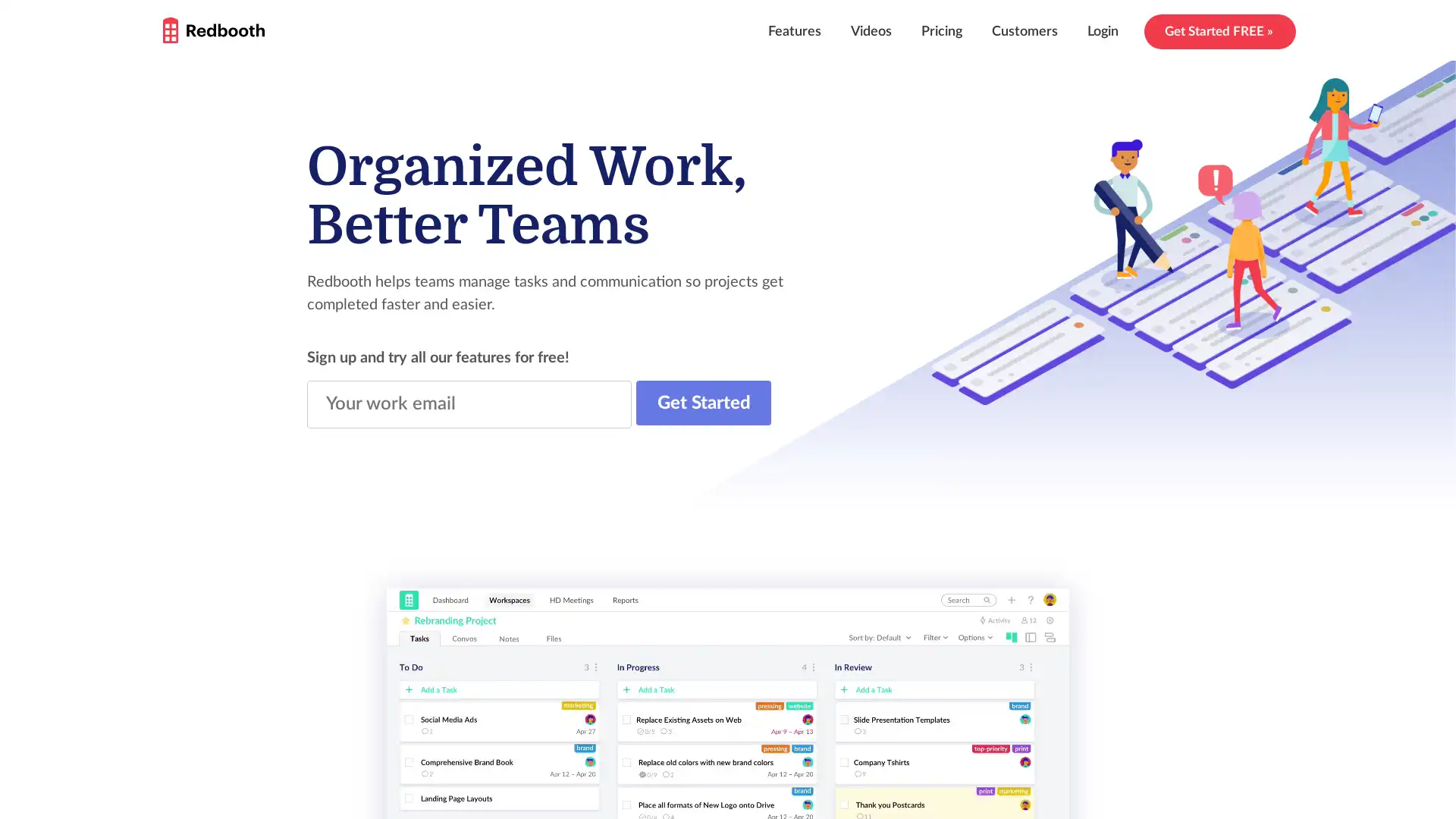 The width and height of the screenshot is (1456, 819). What do you see at coordinates (702, 402) in the screenshot?
I see `Get Started` at bounding box center [702, 402].